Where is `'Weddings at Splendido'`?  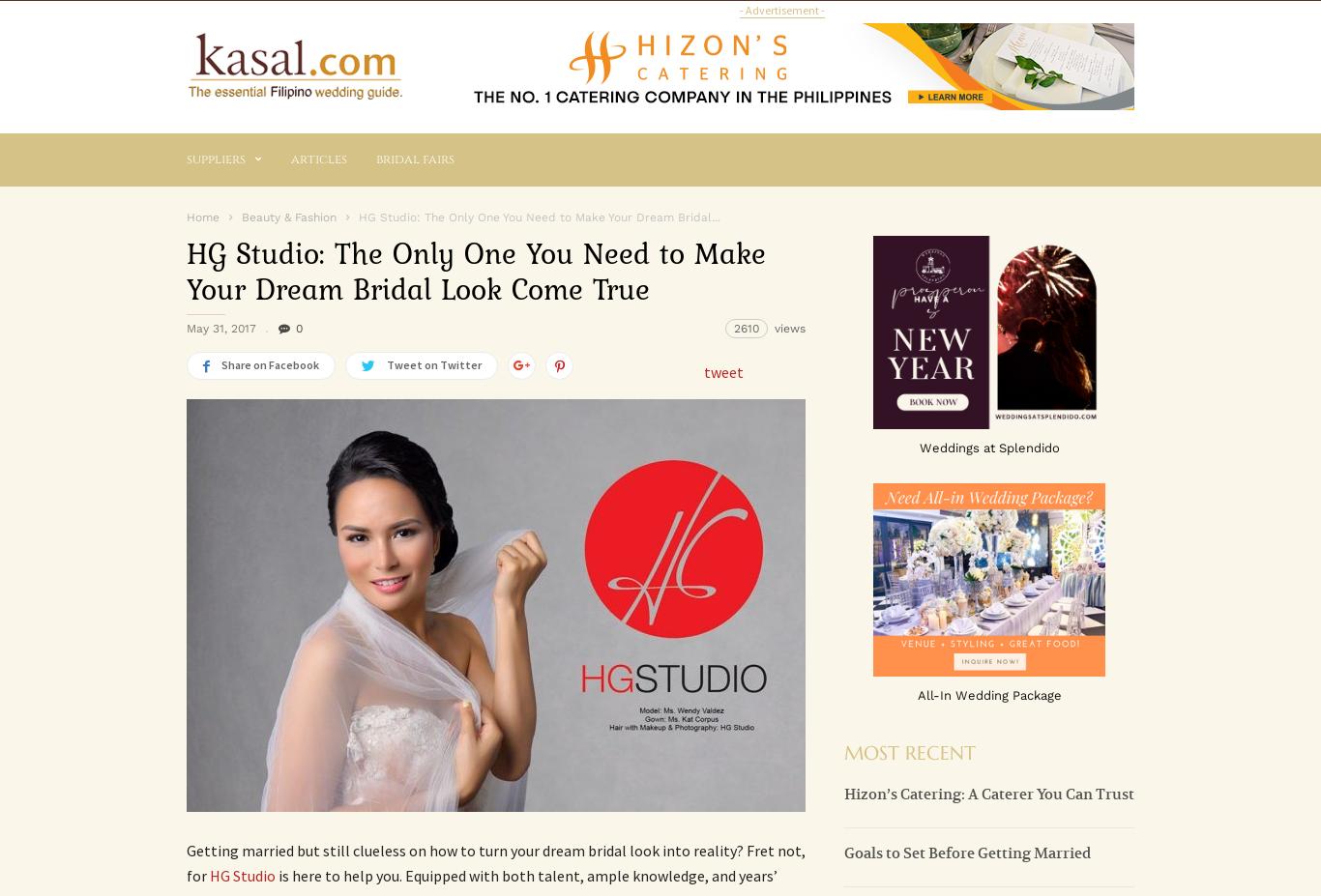
'Weddings at Splendido' is located at coordinates (919, 446).